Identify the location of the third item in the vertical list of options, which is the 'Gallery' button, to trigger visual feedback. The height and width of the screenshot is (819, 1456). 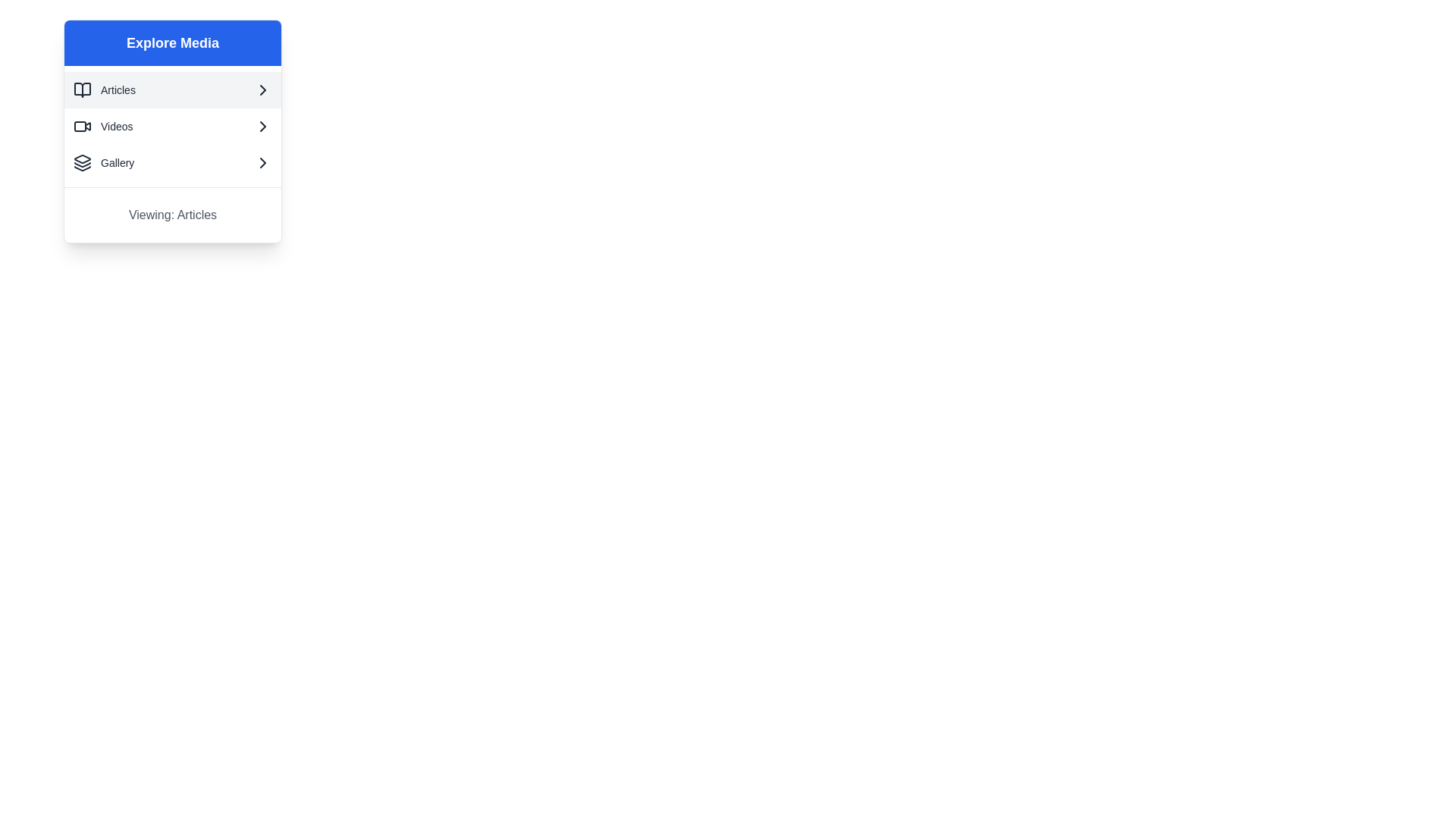
(172, 163).